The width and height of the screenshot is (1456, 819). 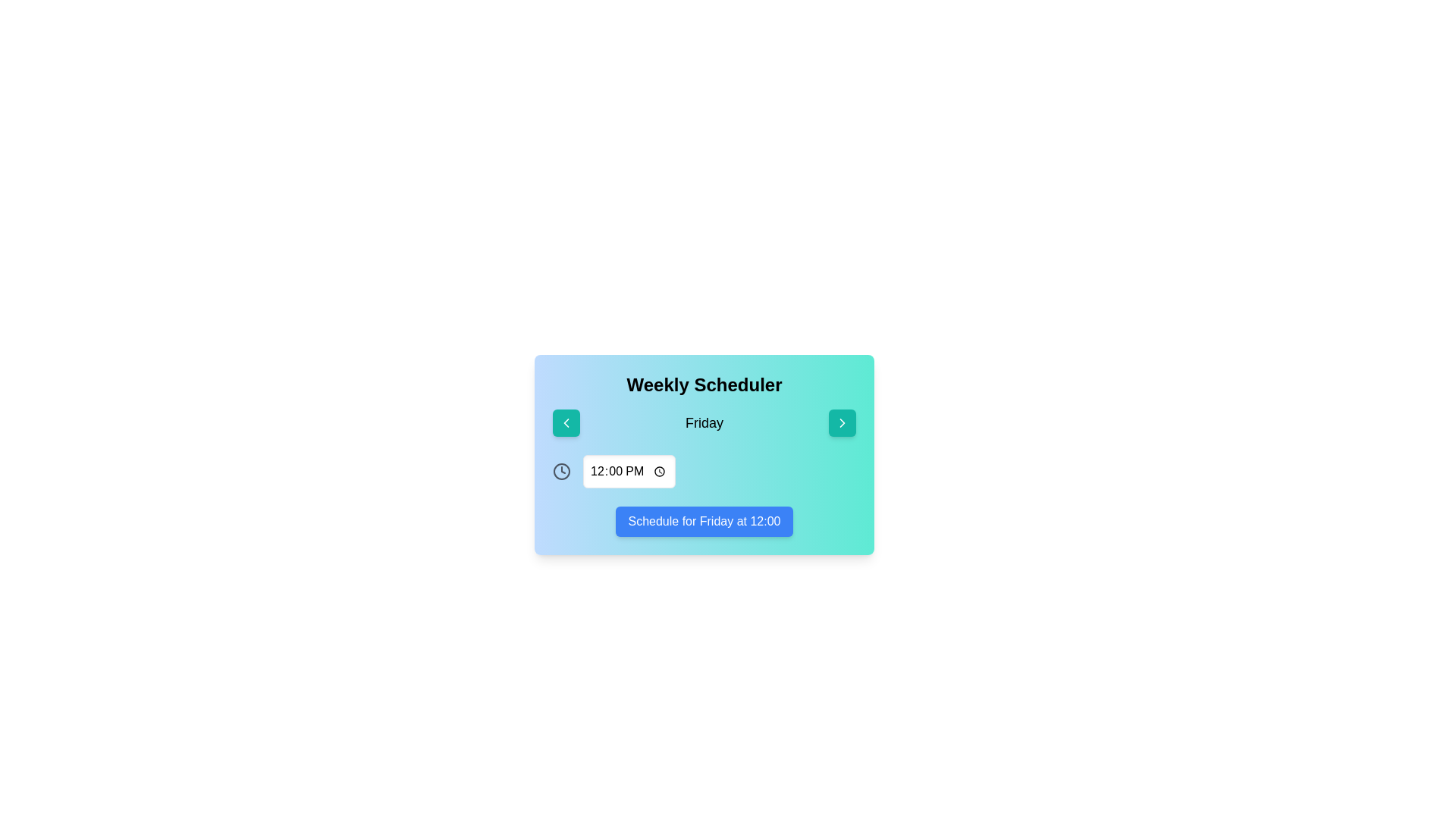 I want to click on the static label element displaying the text 'Friday' located in the top center of the 'Weekly Scheduler' panel, so click(x=704, y=423).